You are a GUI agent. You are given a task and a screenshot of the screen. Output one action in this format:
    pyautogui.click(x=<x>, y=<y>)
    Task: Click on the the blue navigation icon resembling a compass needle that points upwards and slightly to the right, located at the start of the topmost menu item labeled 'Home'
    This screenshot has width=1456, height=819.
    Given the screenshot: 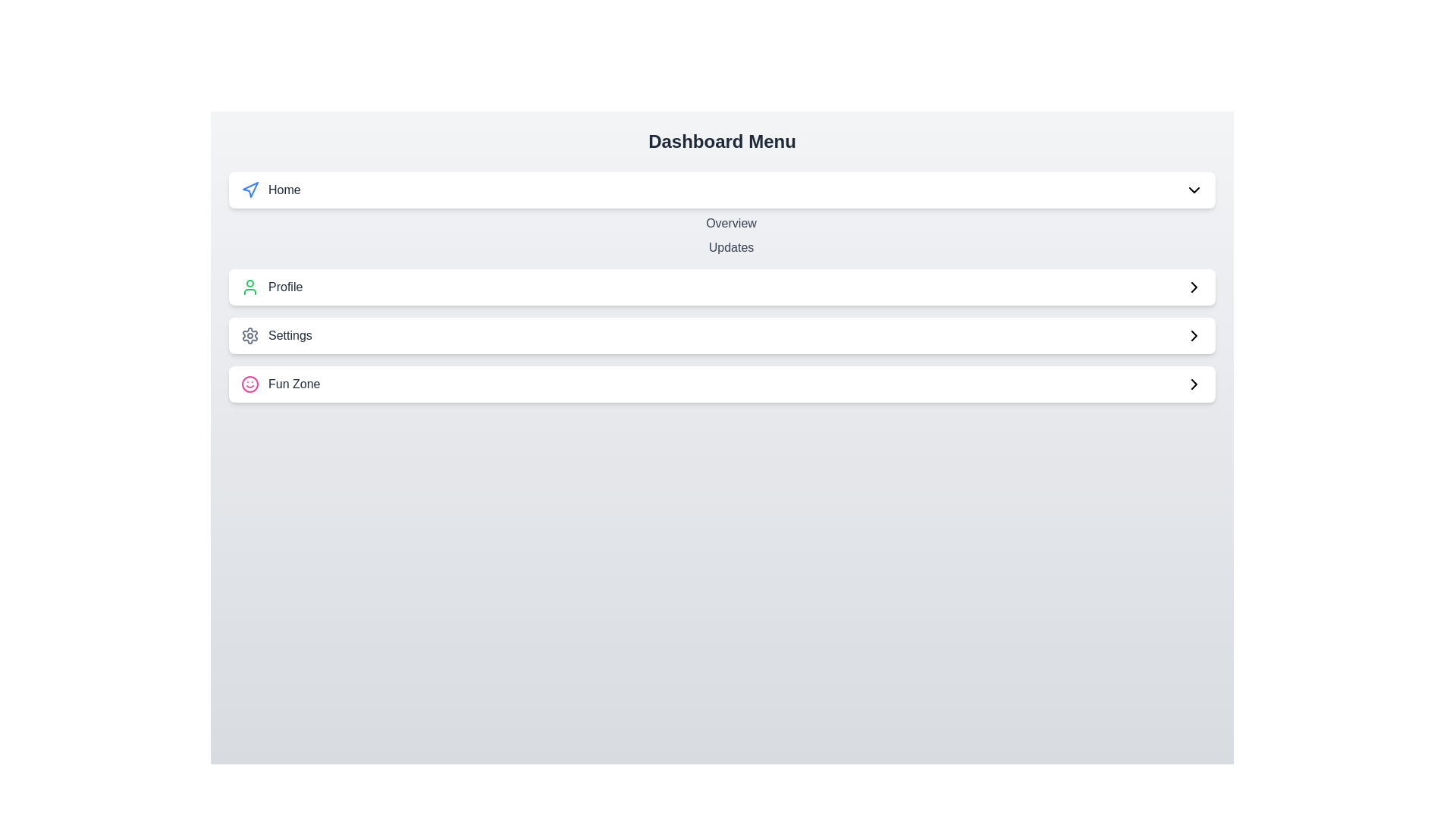 What is the action you would take?
    pyautogui.click(x=250, y=189)
    